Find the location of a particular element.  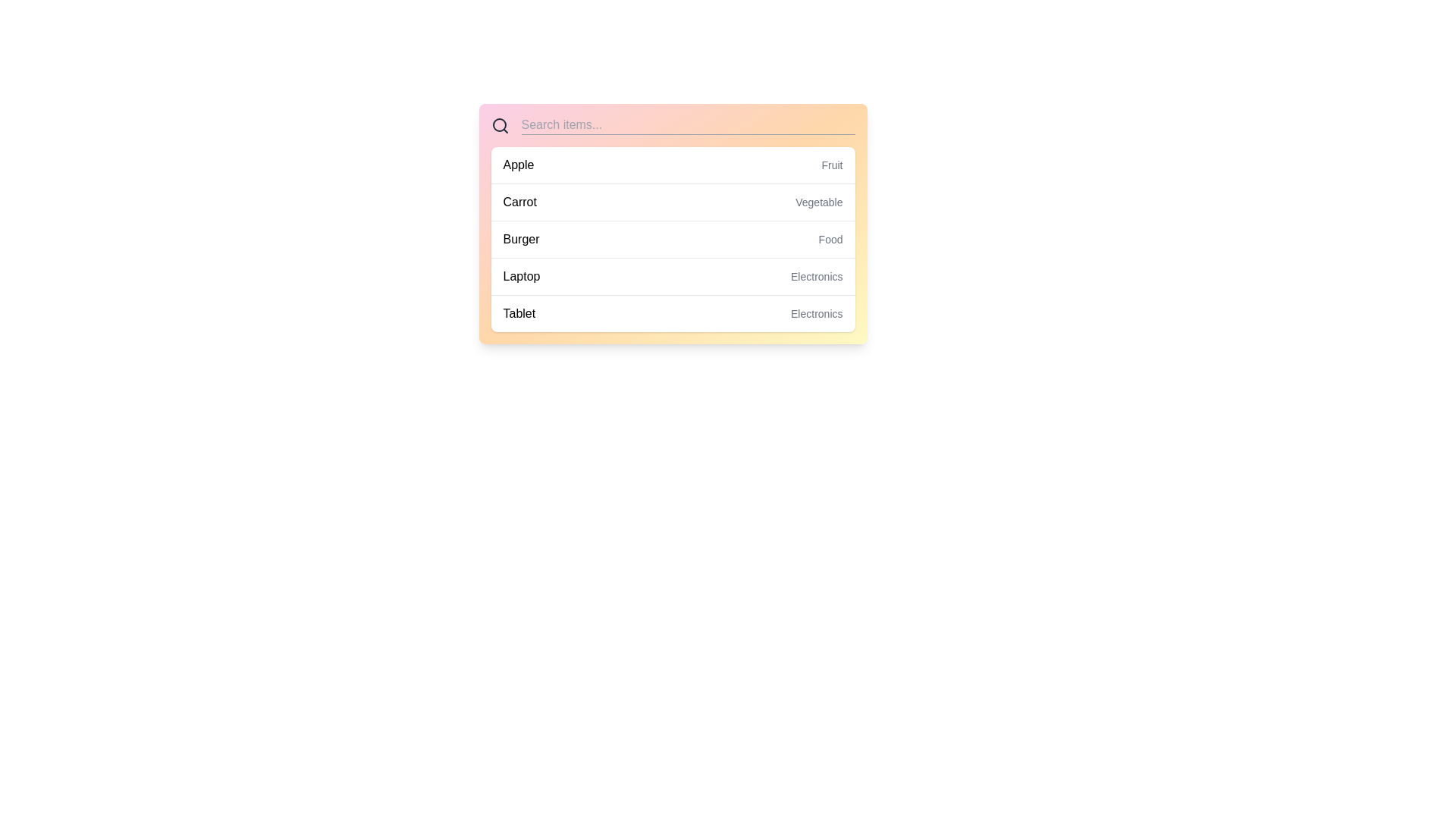

the fifth item in a categorized list that provides information about a product category, located at the bottom of the visible section is located at coordinates (672, 312).